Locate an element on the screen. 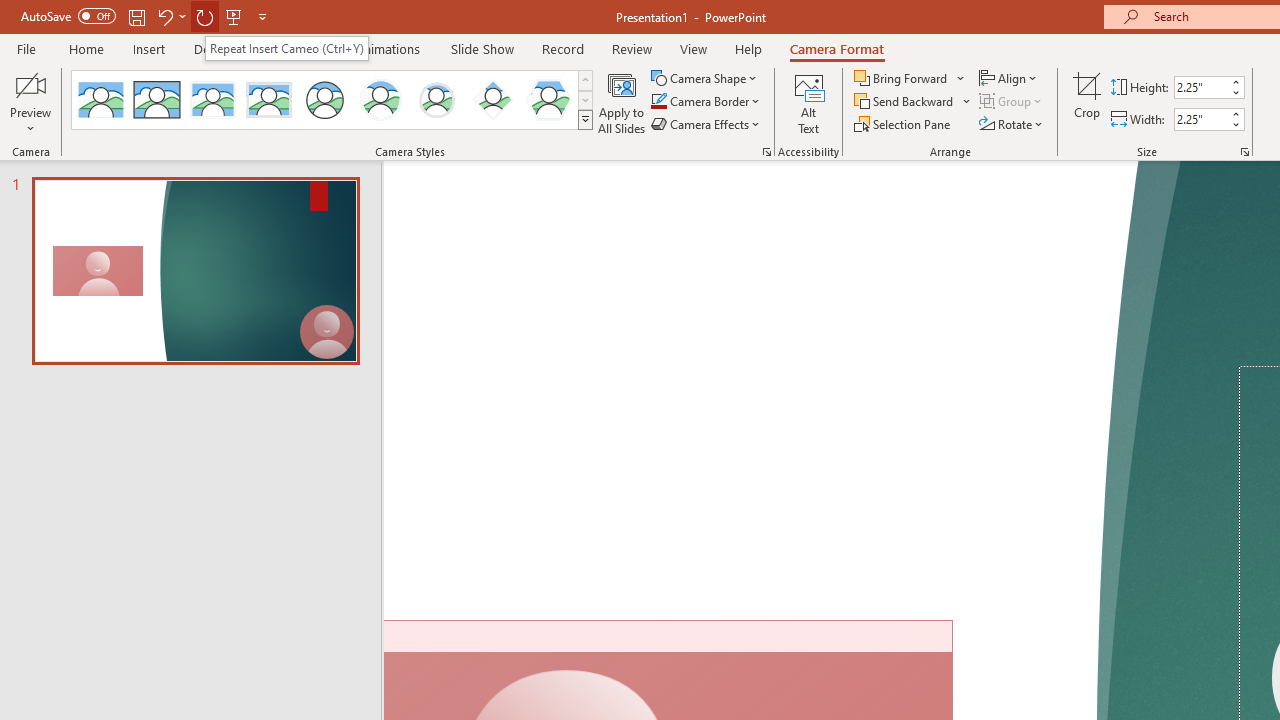 The width and height of the screenshot is (1280, 720). 'AutomationID: CameoStylesGallery' is located at coordinates (333, 100).